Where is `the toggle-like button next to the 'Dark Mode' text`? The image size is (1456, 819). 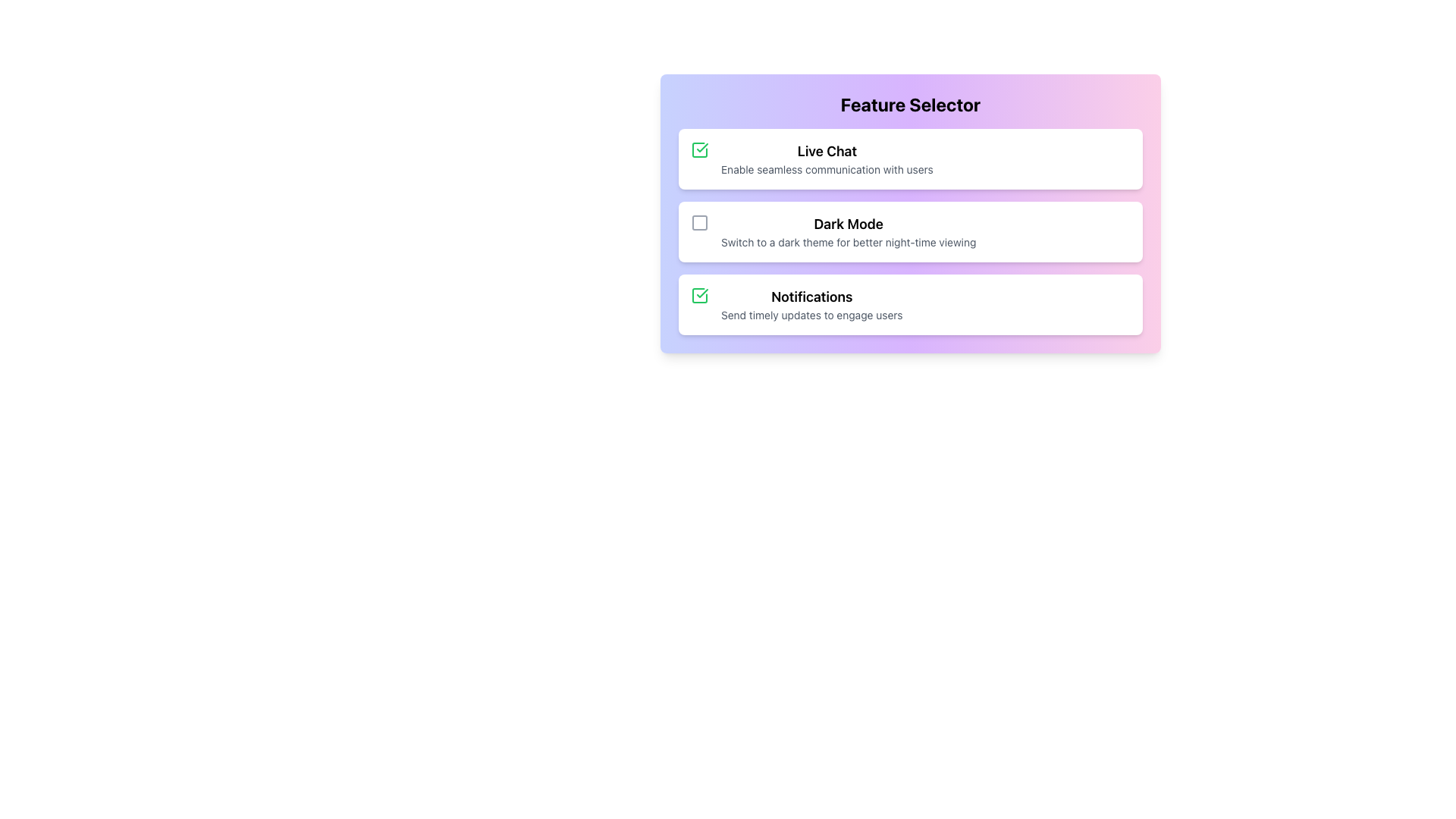
the toggle-like button next to the 'Dark Mode' text is located at coordinates (698, 222).